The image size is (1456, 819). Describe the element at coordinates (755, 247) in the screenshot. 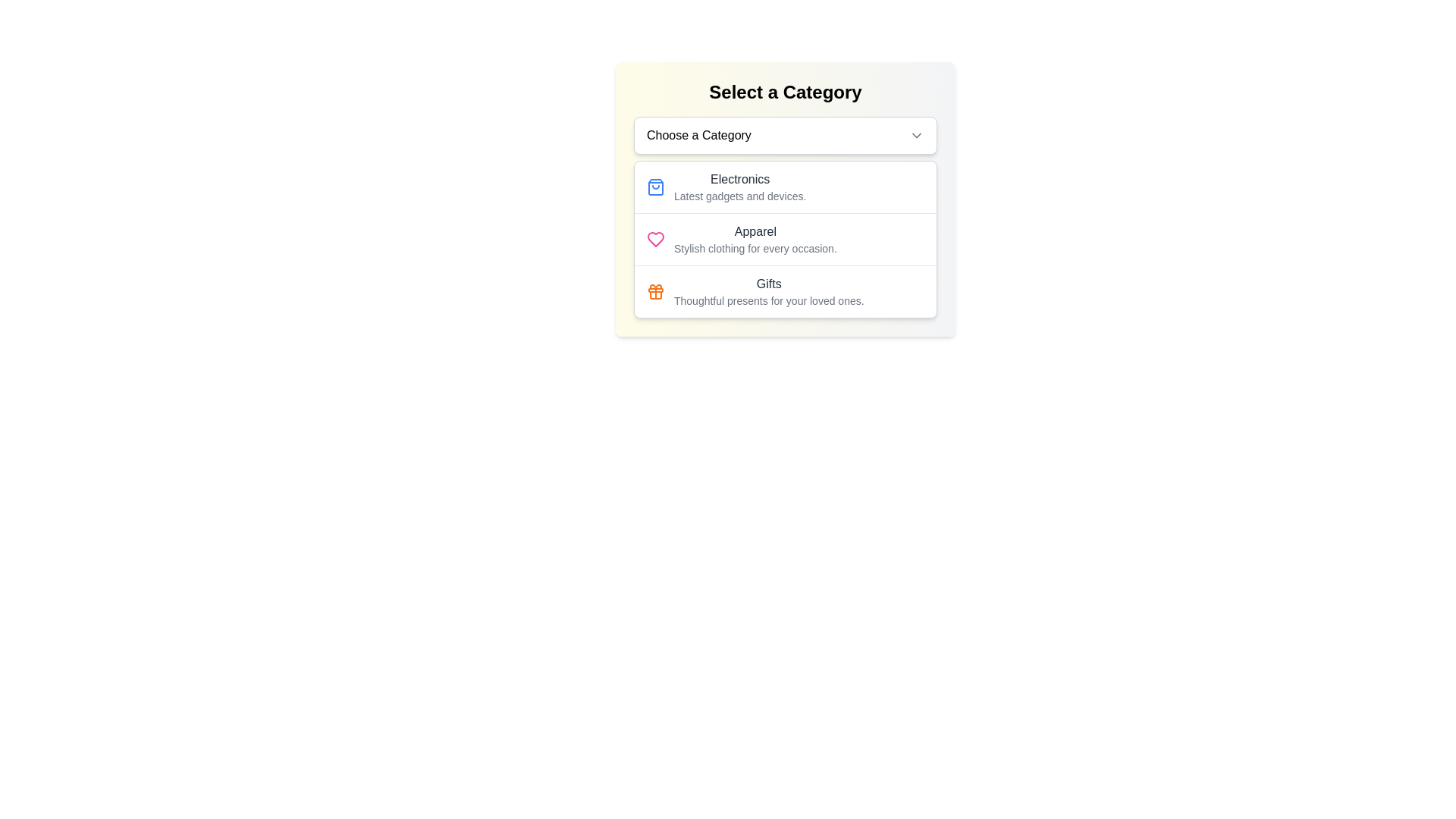

I see `the secondary text description for the 'Apparel' category` at that location.